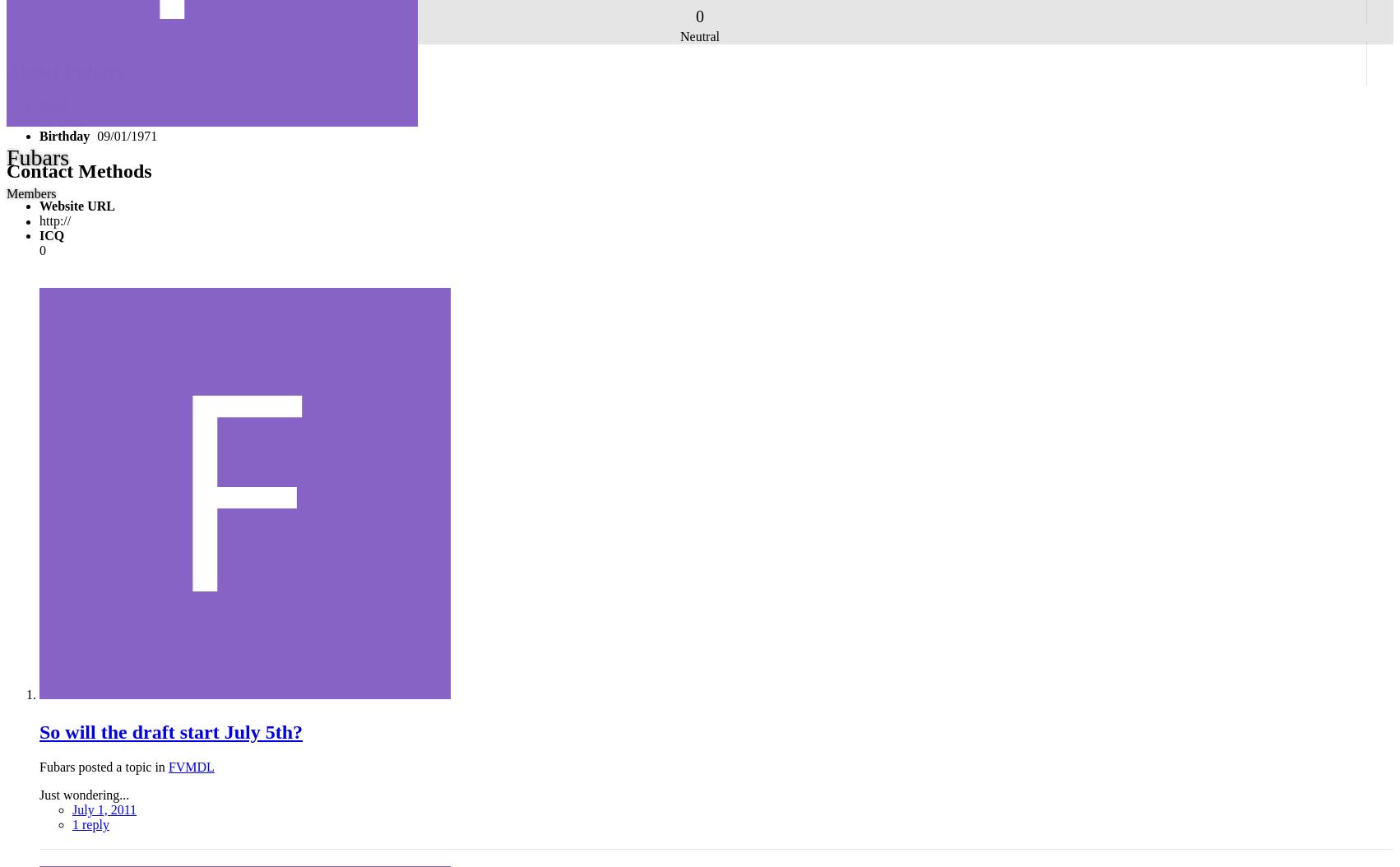 The width and height of the screenshot is (1400, 867). I want to click on 'So will the draft start July 5th?', so click(169, 731).